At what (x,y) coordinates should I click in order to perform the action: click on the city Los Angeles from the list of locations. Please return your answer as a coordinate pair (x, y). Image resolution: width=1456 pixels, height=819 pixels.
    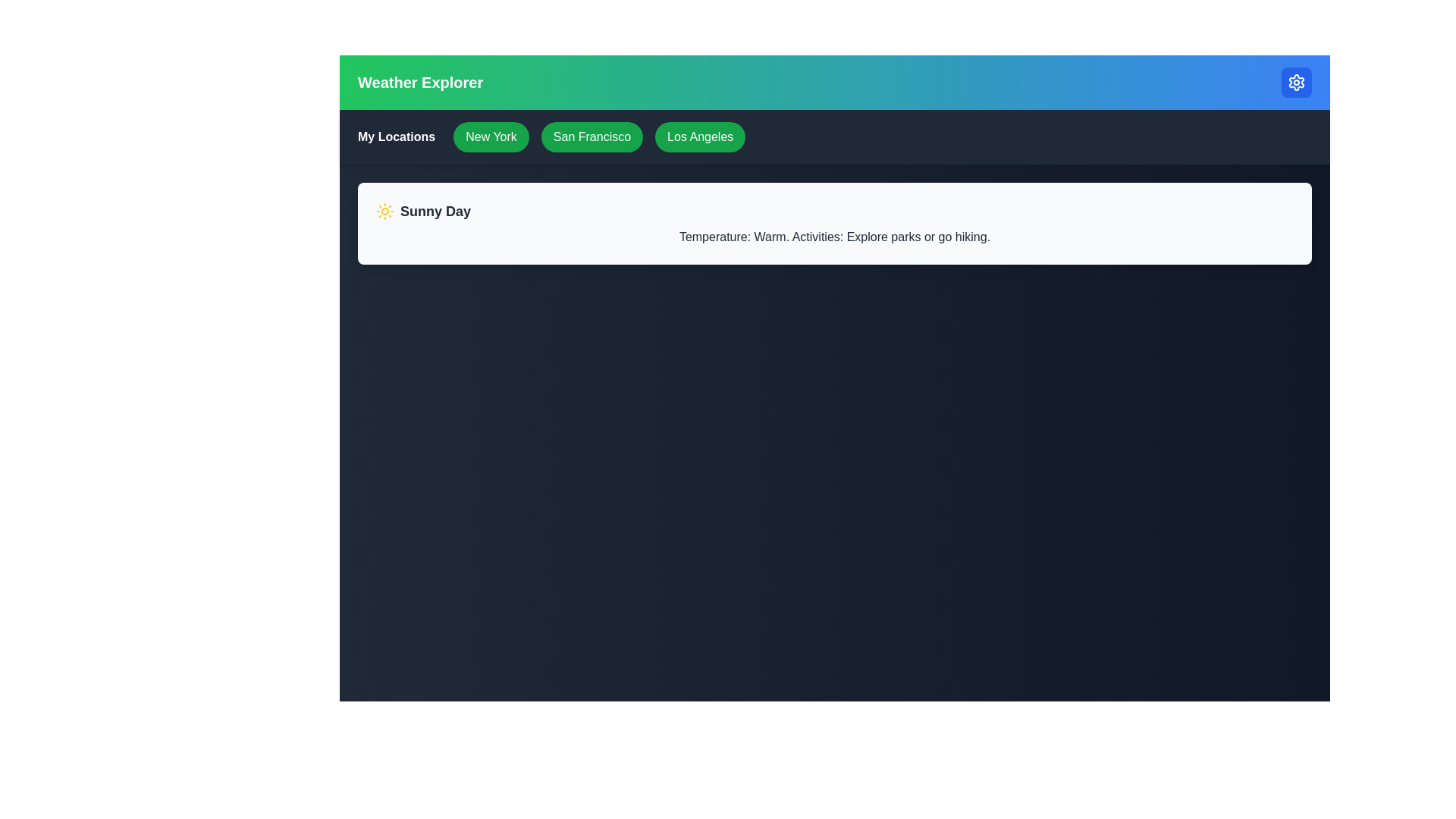
    Looking at the image, I should click on (700, 137).